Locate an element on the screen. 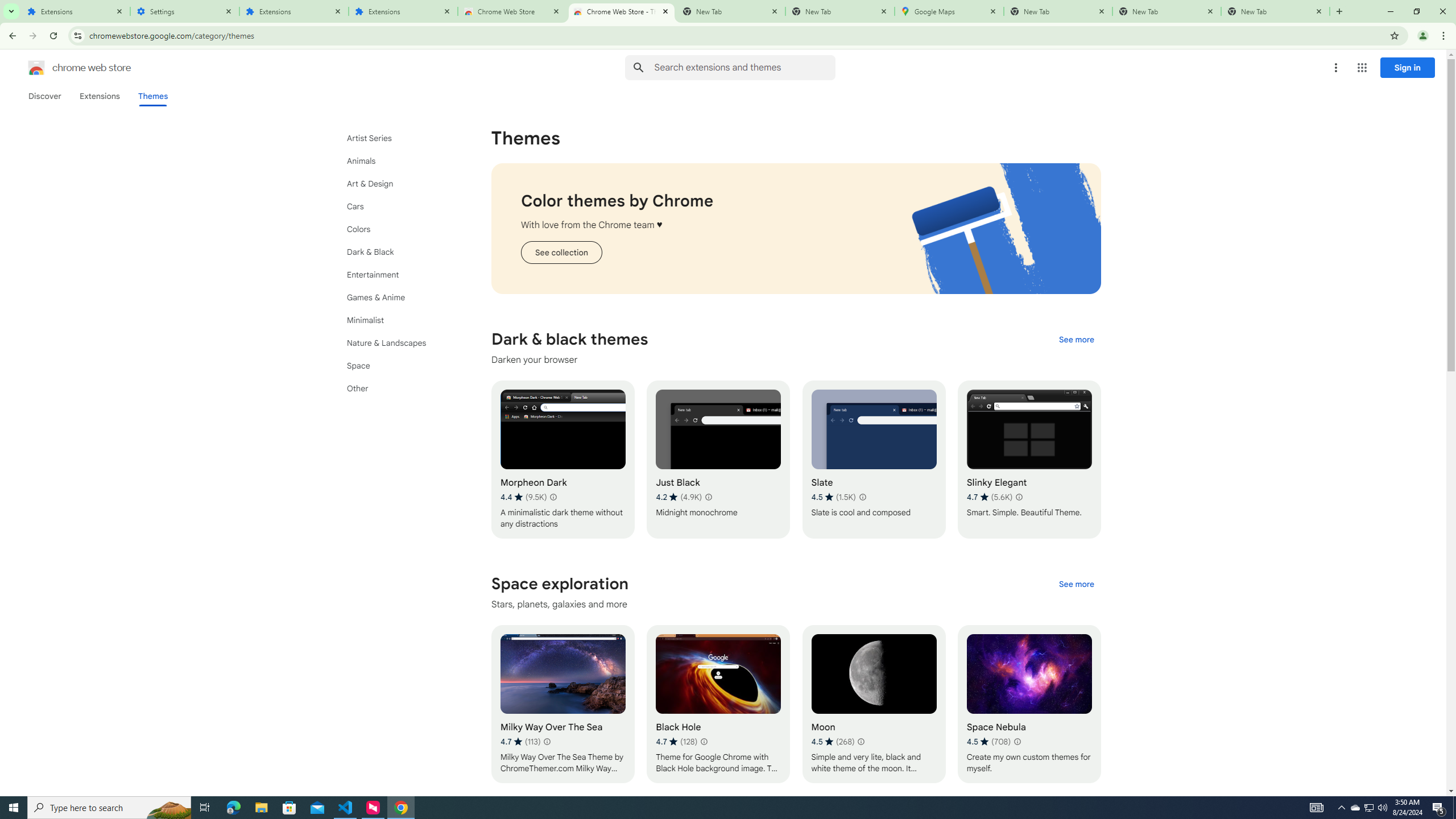 Image resolution: width=1456 pixels, height=819 pixels. 'Average rating 4.5 out of 5 stars. 1.5K ratings.' is located at coordinates (833, 497).